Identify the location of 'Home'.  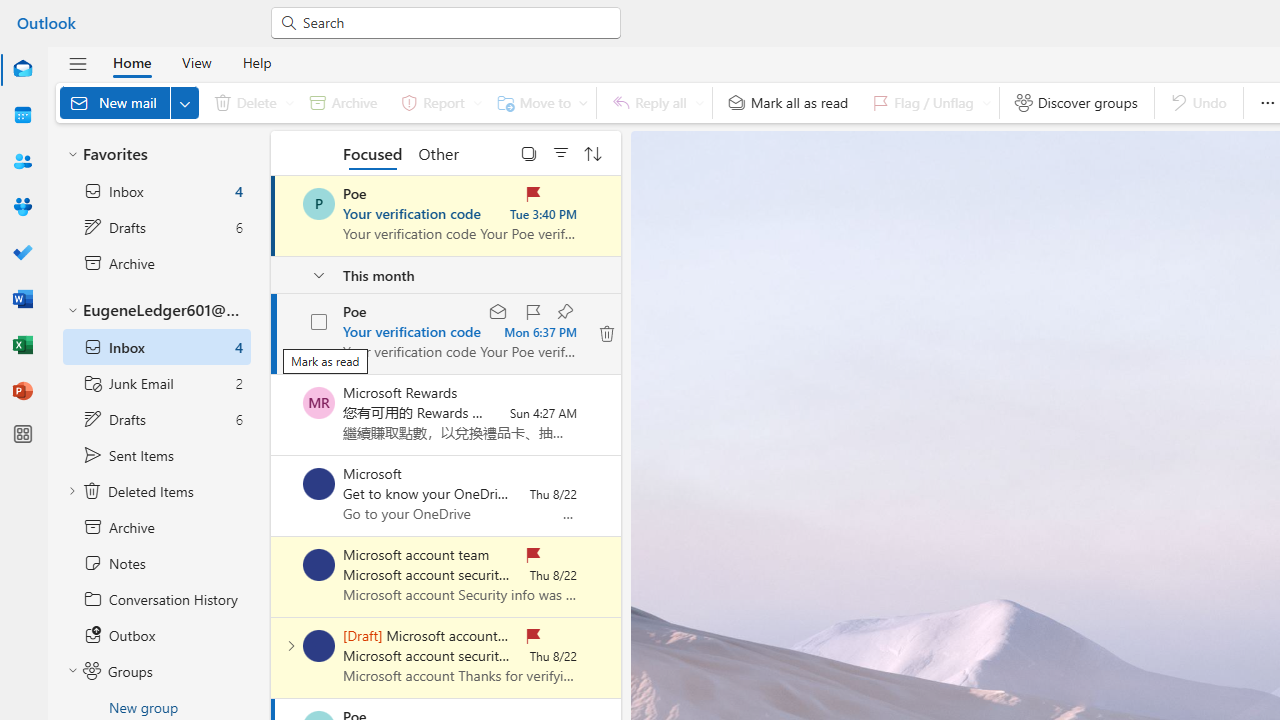
(131, 61).